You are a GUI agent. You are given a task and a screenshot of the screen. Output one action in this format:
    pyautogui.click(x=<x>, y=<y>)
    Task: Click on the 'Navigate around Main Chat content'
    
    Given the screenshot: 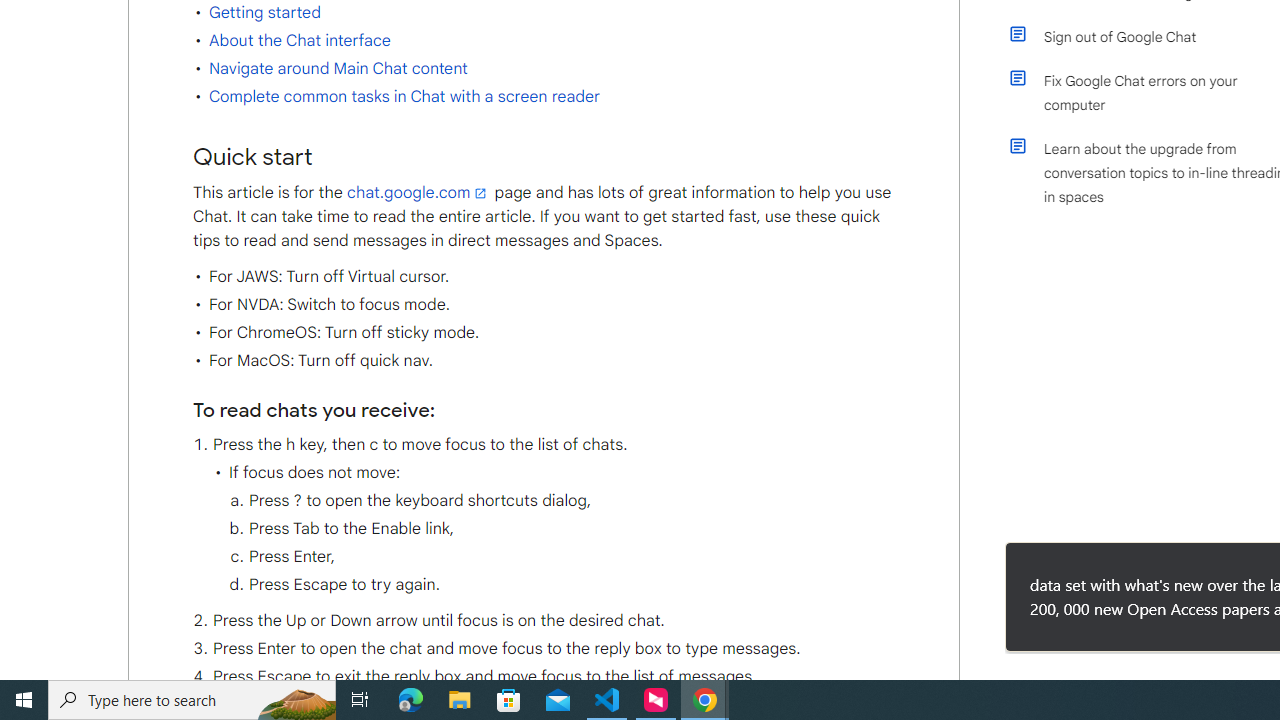 What is the action you would take?
    pyautogui.click(x=338, y=68)
    